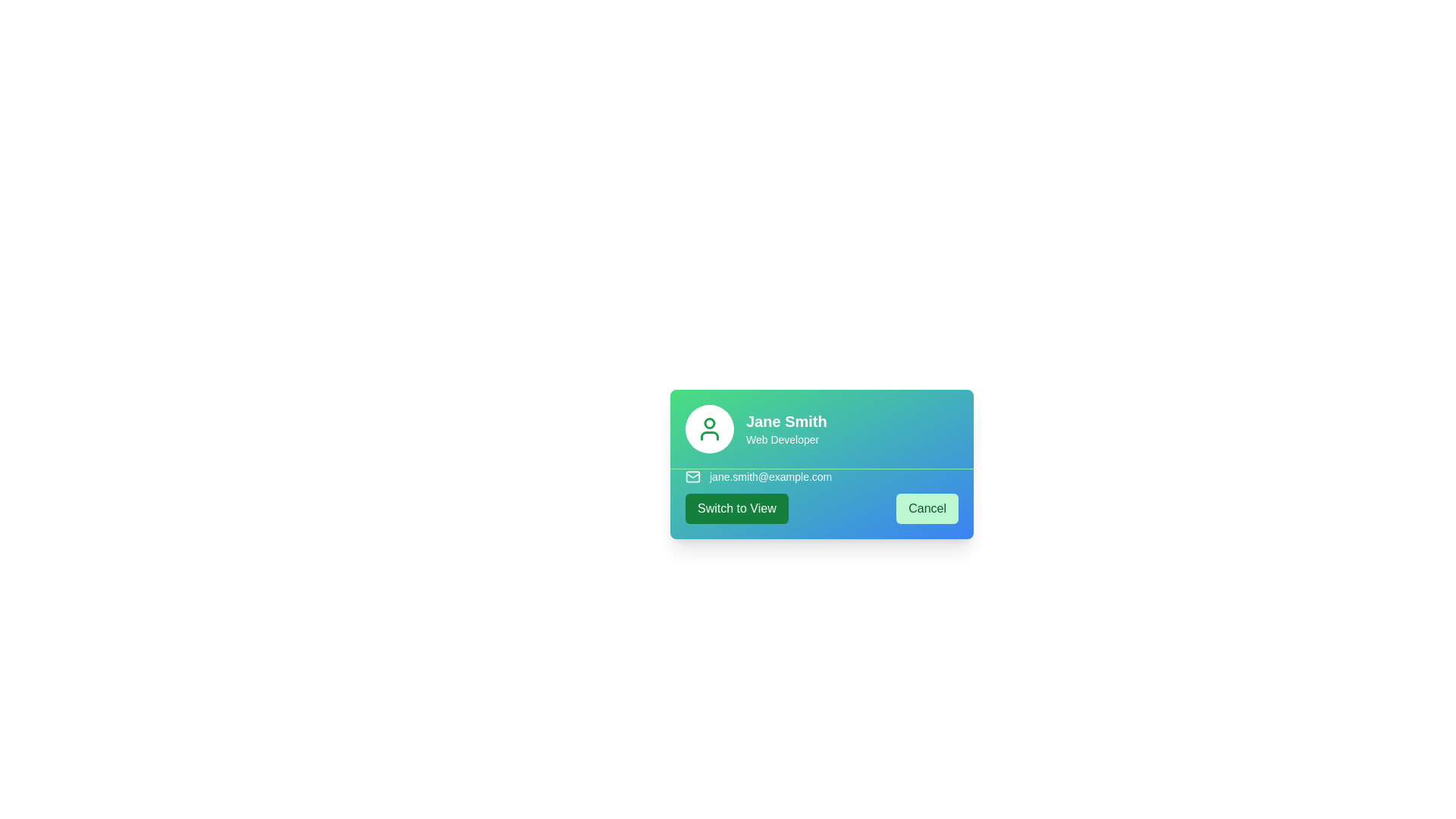 The width and height of the screenshot is (1456, 819). I want to click on the email address displayed in the Email display panel located below 'Jane Smith - Web Developer' and above the buttons 'Switch to View' and 'Cancel', so click(821, 475).